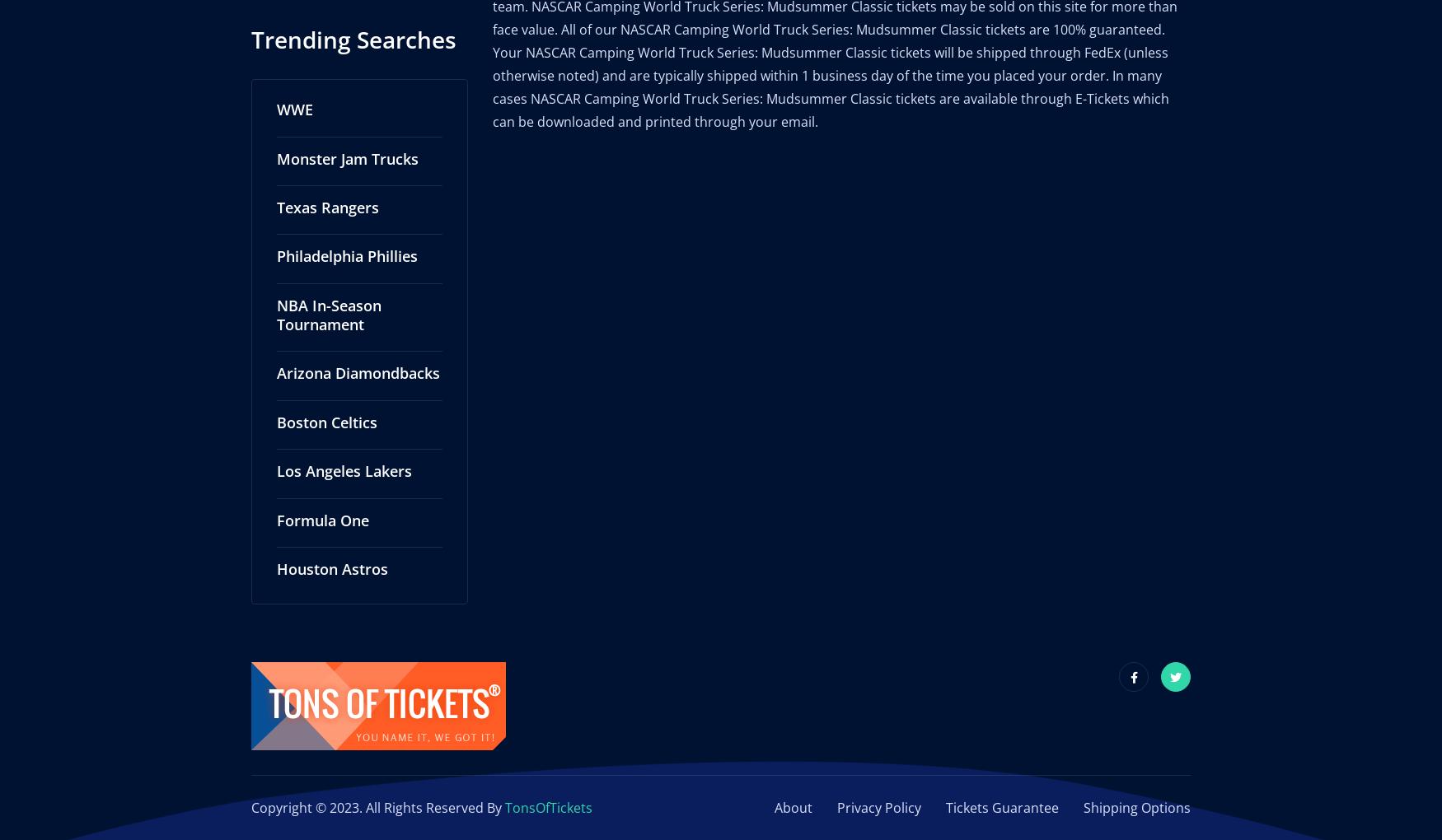 This screenshot has width=1442, height=840. What do you see at coordinates (295, 90) in the screenshot?
I see `'WWE'` at bounding box center [295, 90].